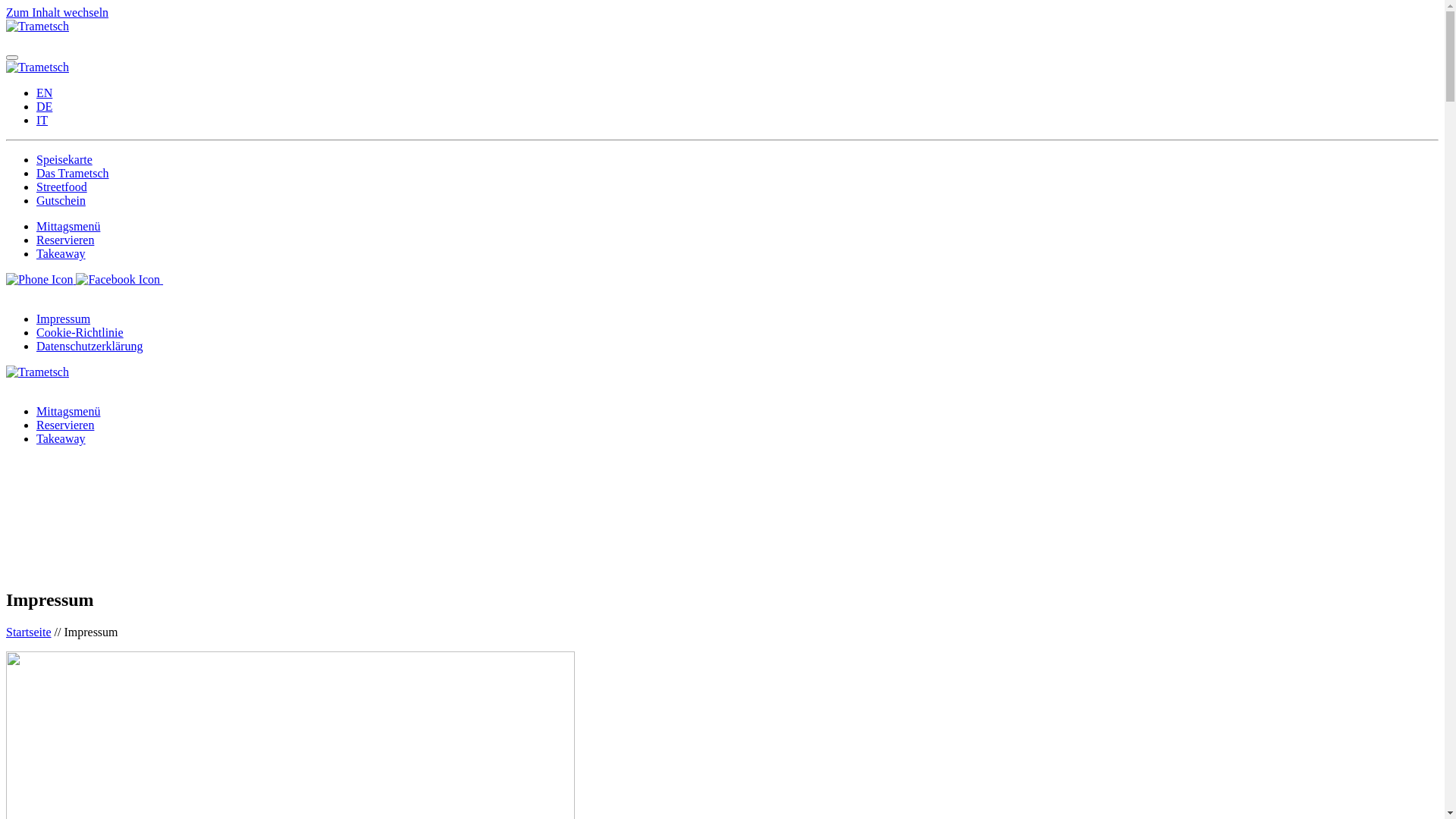 The width and height of the screenshot is (1456, 819). What do you see at coordinates (61, 438) in the screenshot?
I see `'Takeaway'` at bounding box center [61, 438].